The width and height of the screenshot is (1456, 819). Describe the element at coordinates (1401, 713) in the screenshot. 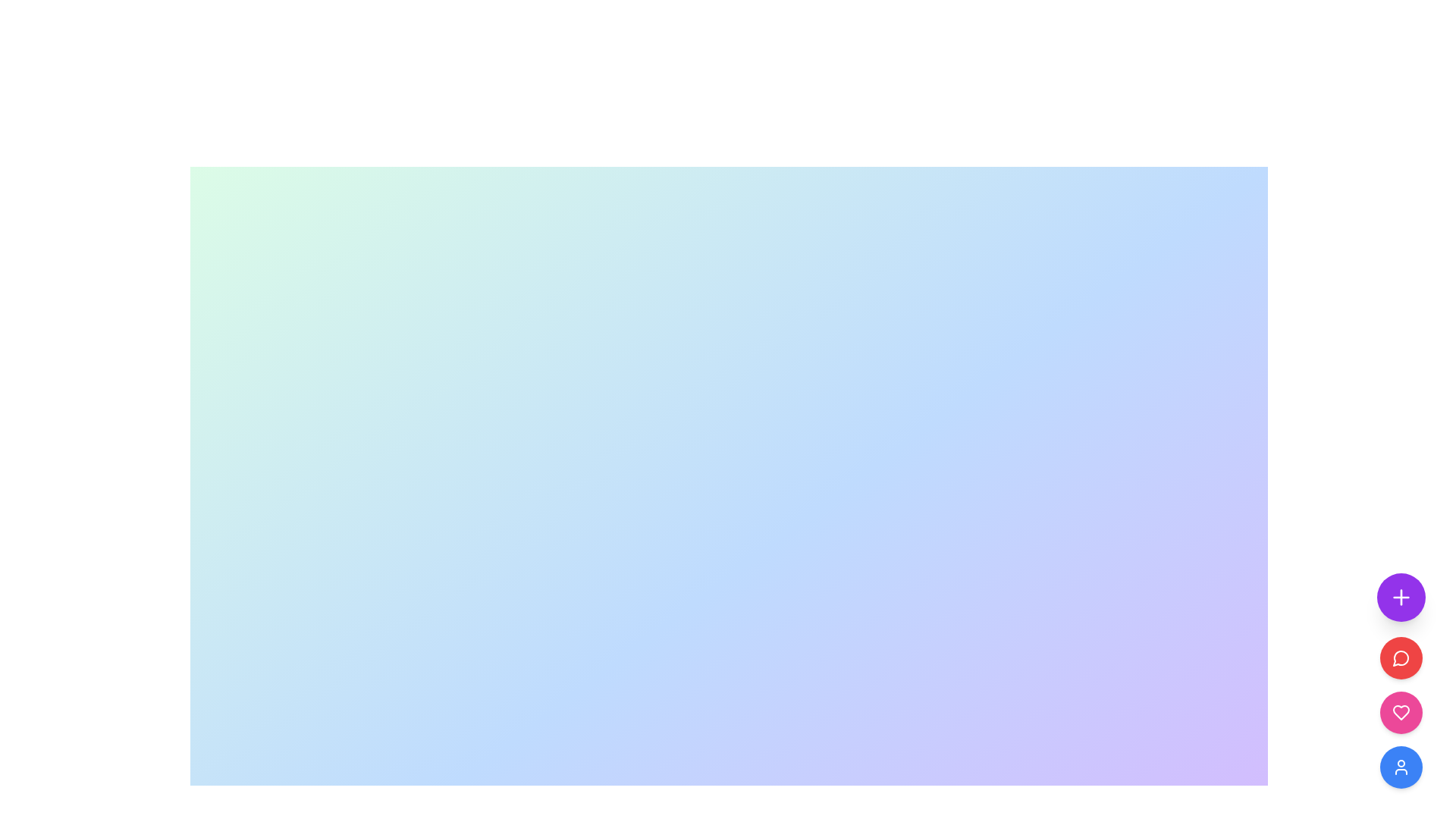

I see `the heart-shaped icon button with a pink background` at that location.